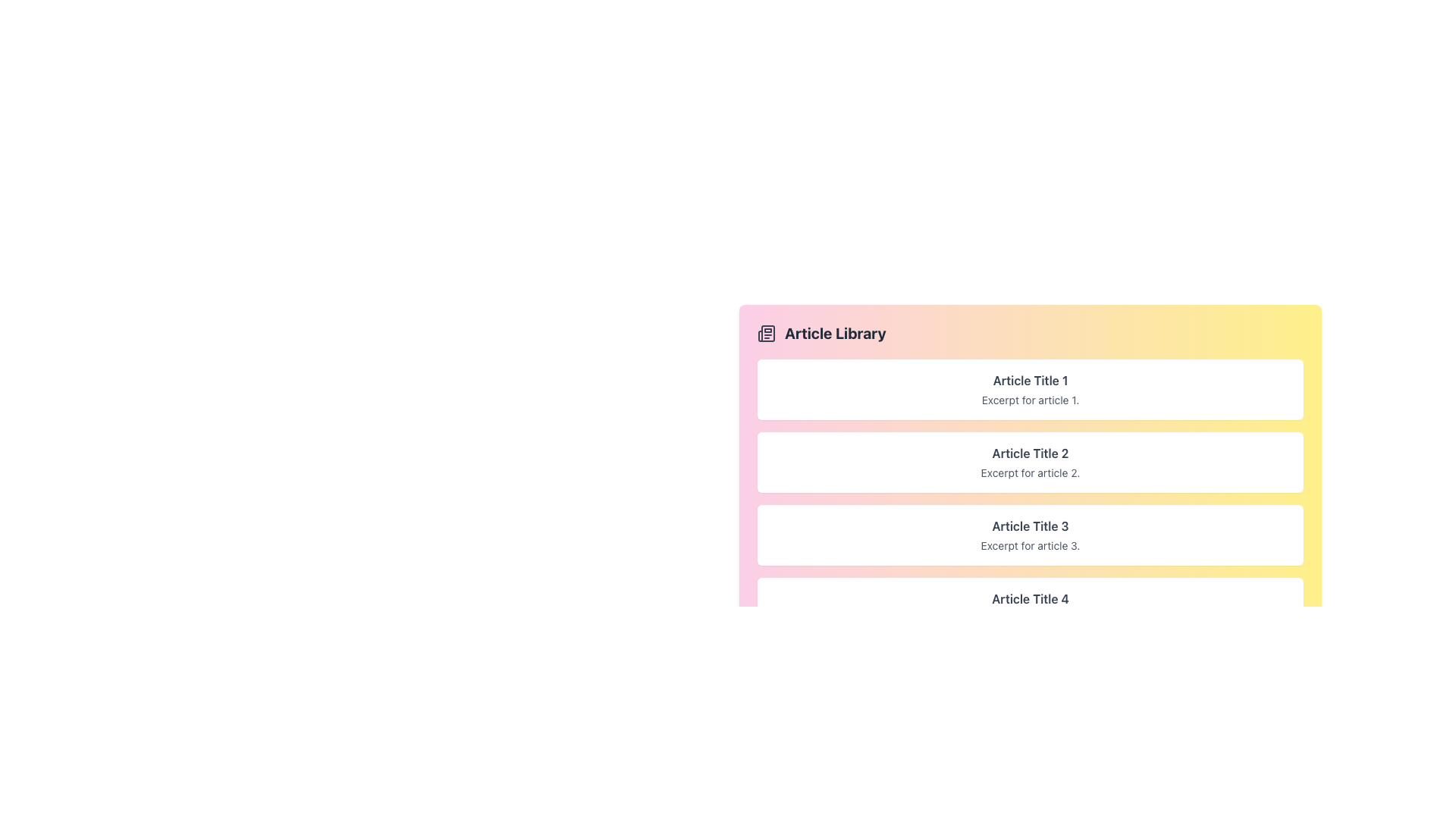 The height and width of the screenshot is (819, 1456). What do you see at coordinates (1030, 526) in the screenshot?
I see `the bold, dark gray heading displaying 'Article Title 3' within the white rounded box in the third article preview card` at bounding box center [1030, 526].